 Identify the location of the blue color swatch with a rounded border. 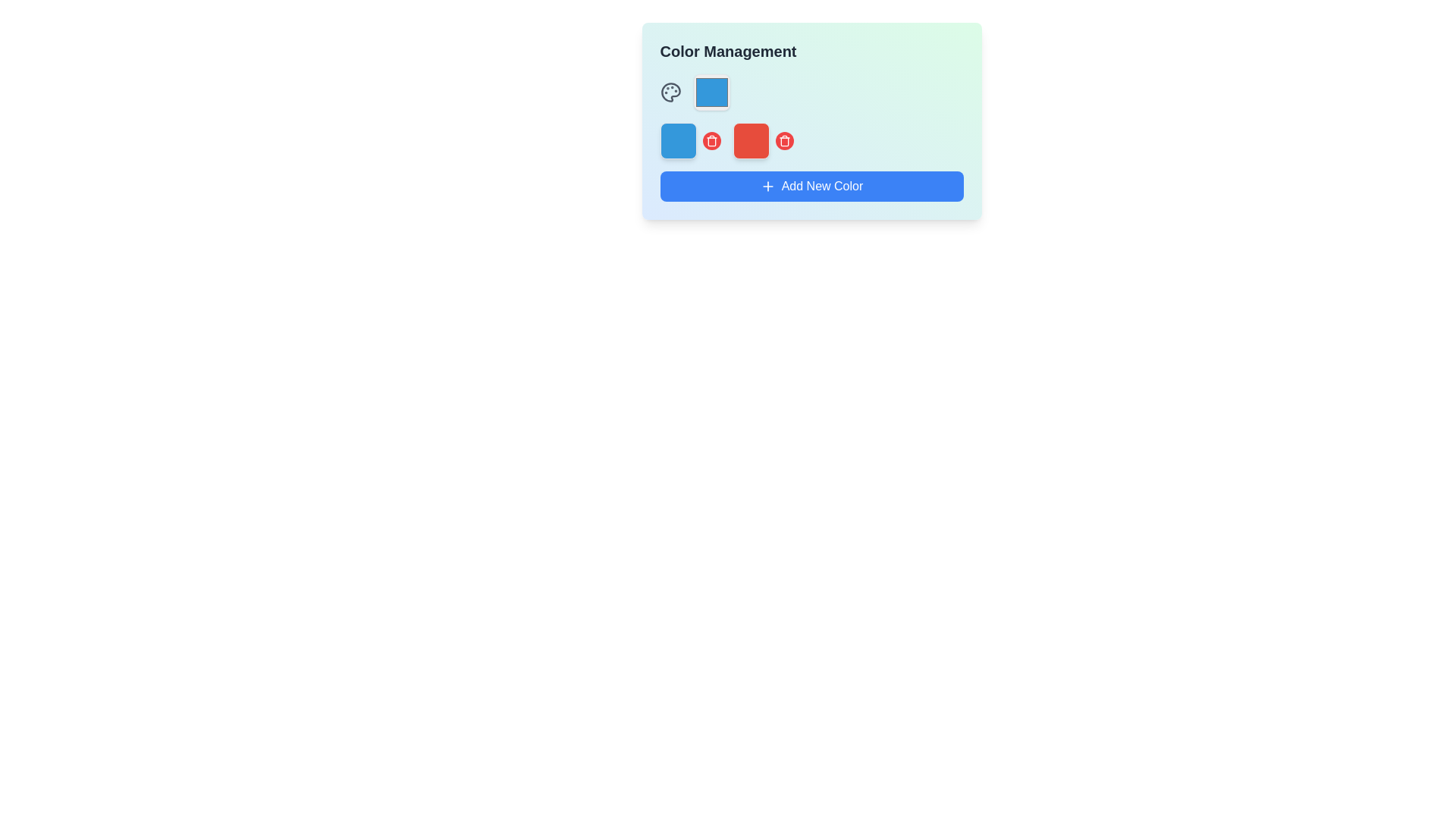
(711, 93).